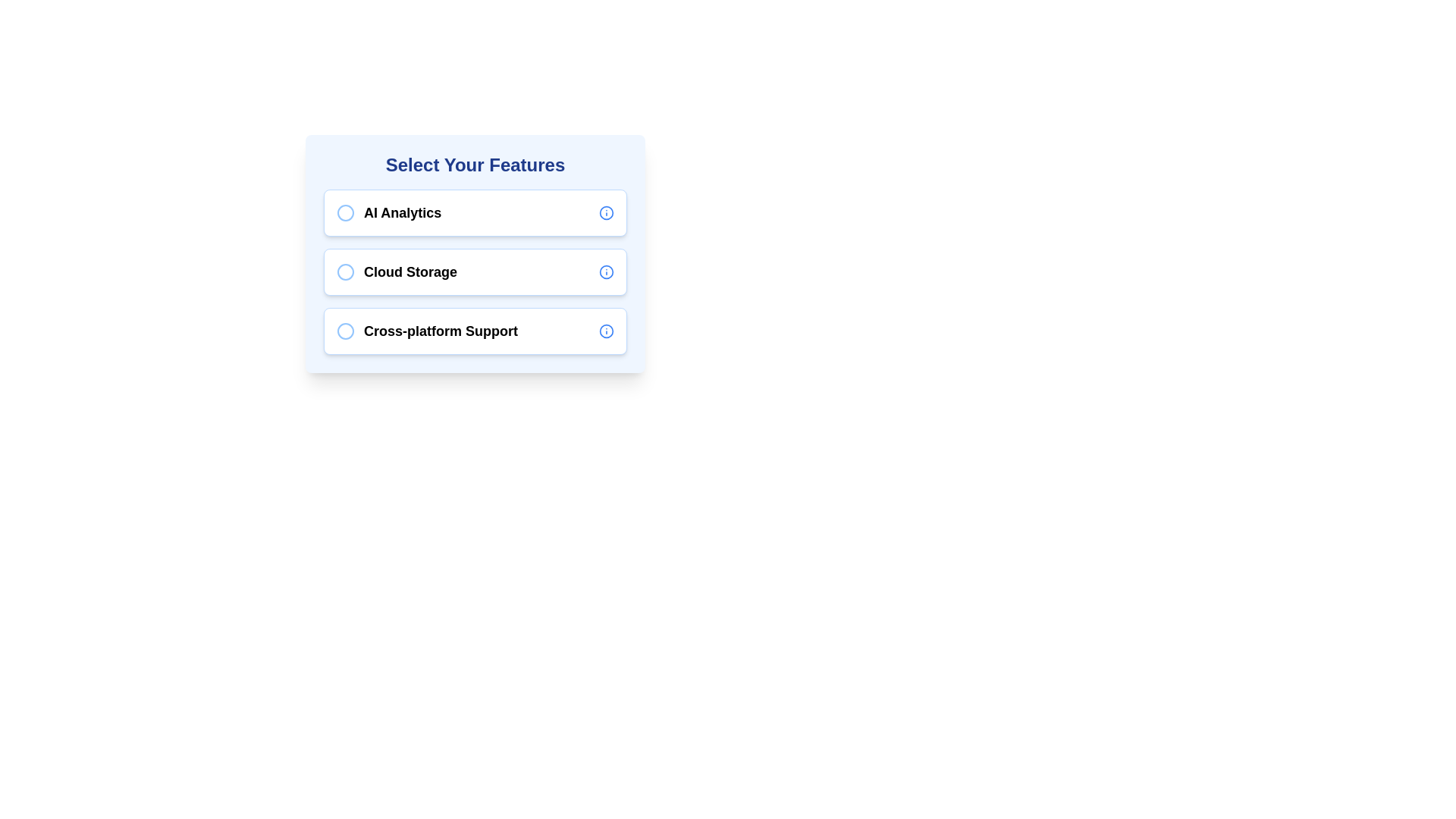 The width and height of the screenshot is (1456, 819). Describe the element at coordinates (389, 213) in the screenshot. I see `the text label displaying 'AI Analytics'` at that location.